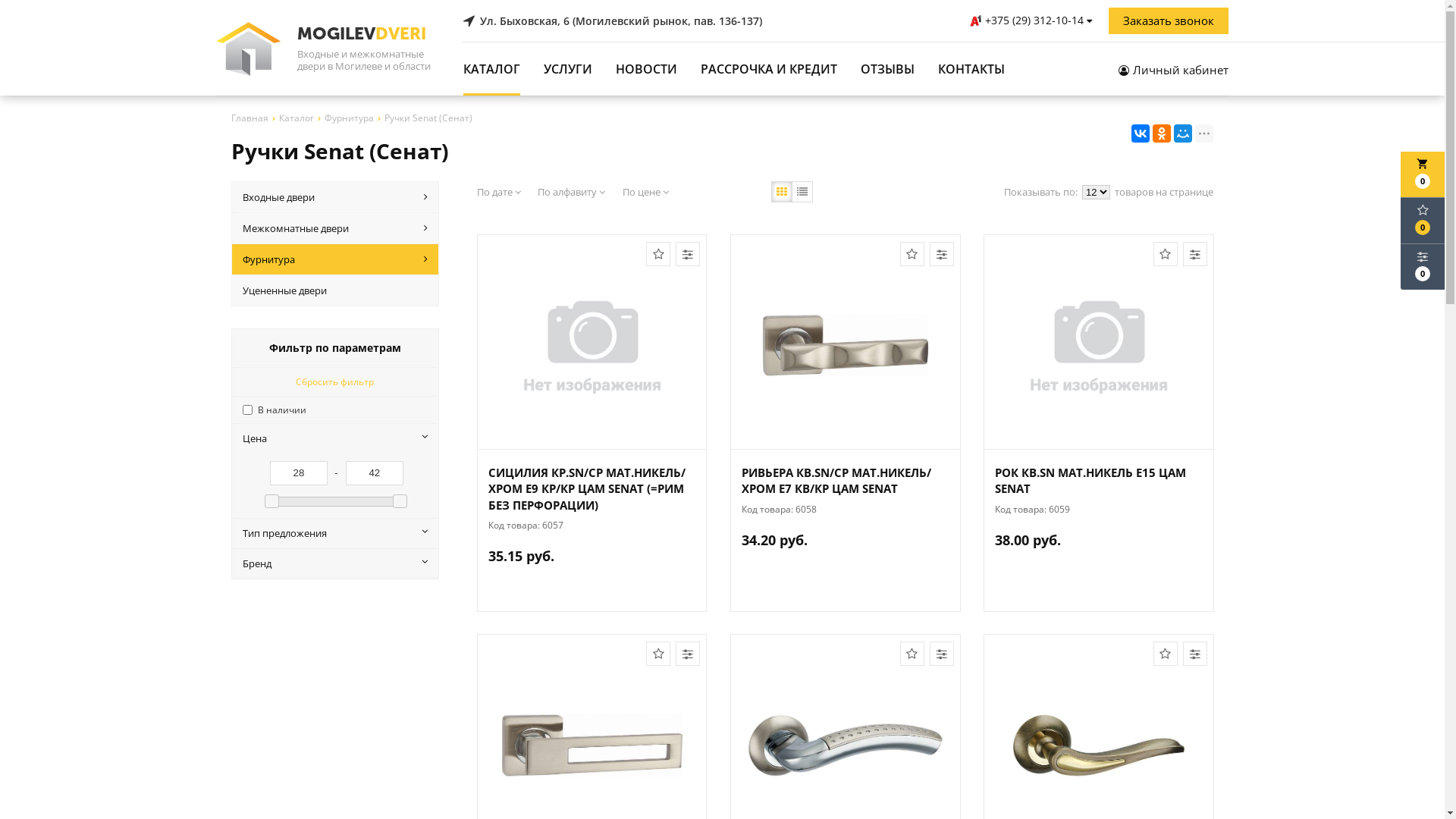  What do you see at coordinates (1422, 174) in the screenshot?
I see `'local_grocery_store` at bounding box center [1422, 174].